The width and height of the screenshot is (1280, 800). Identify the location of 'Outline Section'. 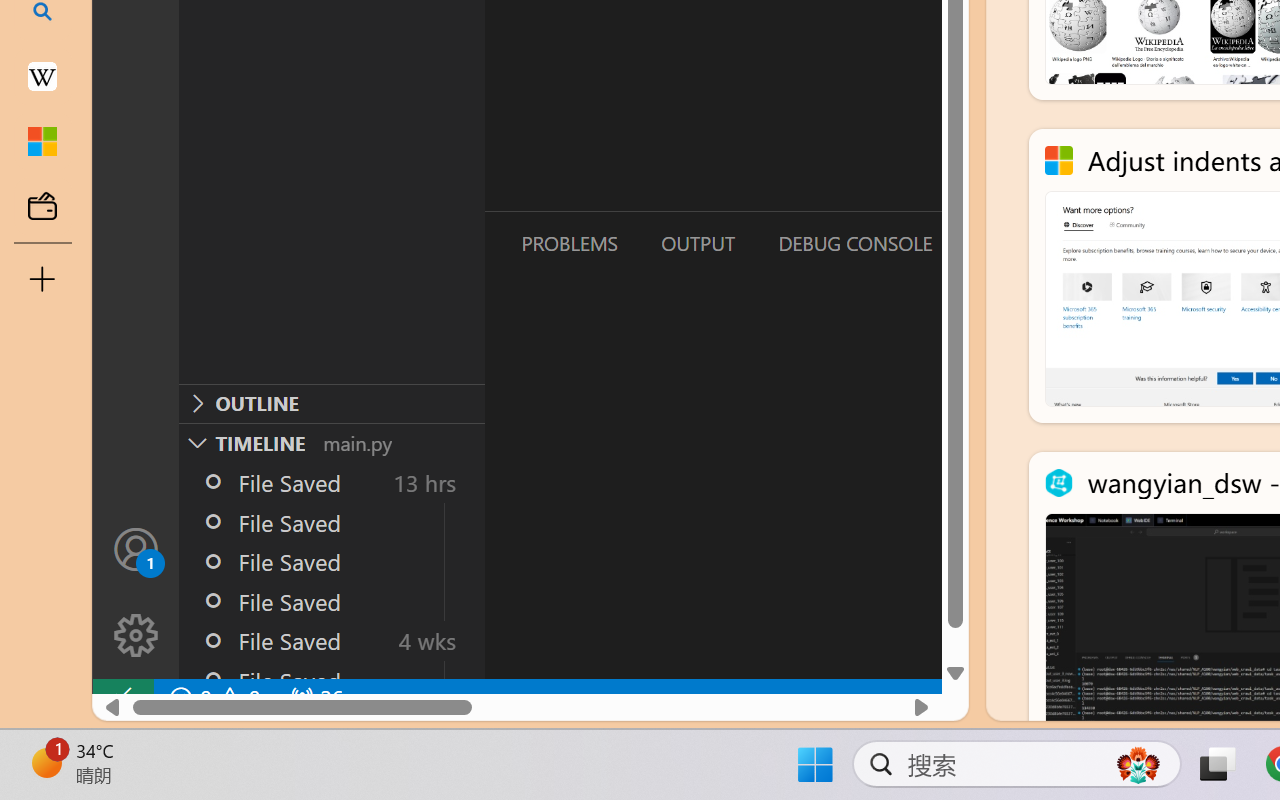
(331, 403).